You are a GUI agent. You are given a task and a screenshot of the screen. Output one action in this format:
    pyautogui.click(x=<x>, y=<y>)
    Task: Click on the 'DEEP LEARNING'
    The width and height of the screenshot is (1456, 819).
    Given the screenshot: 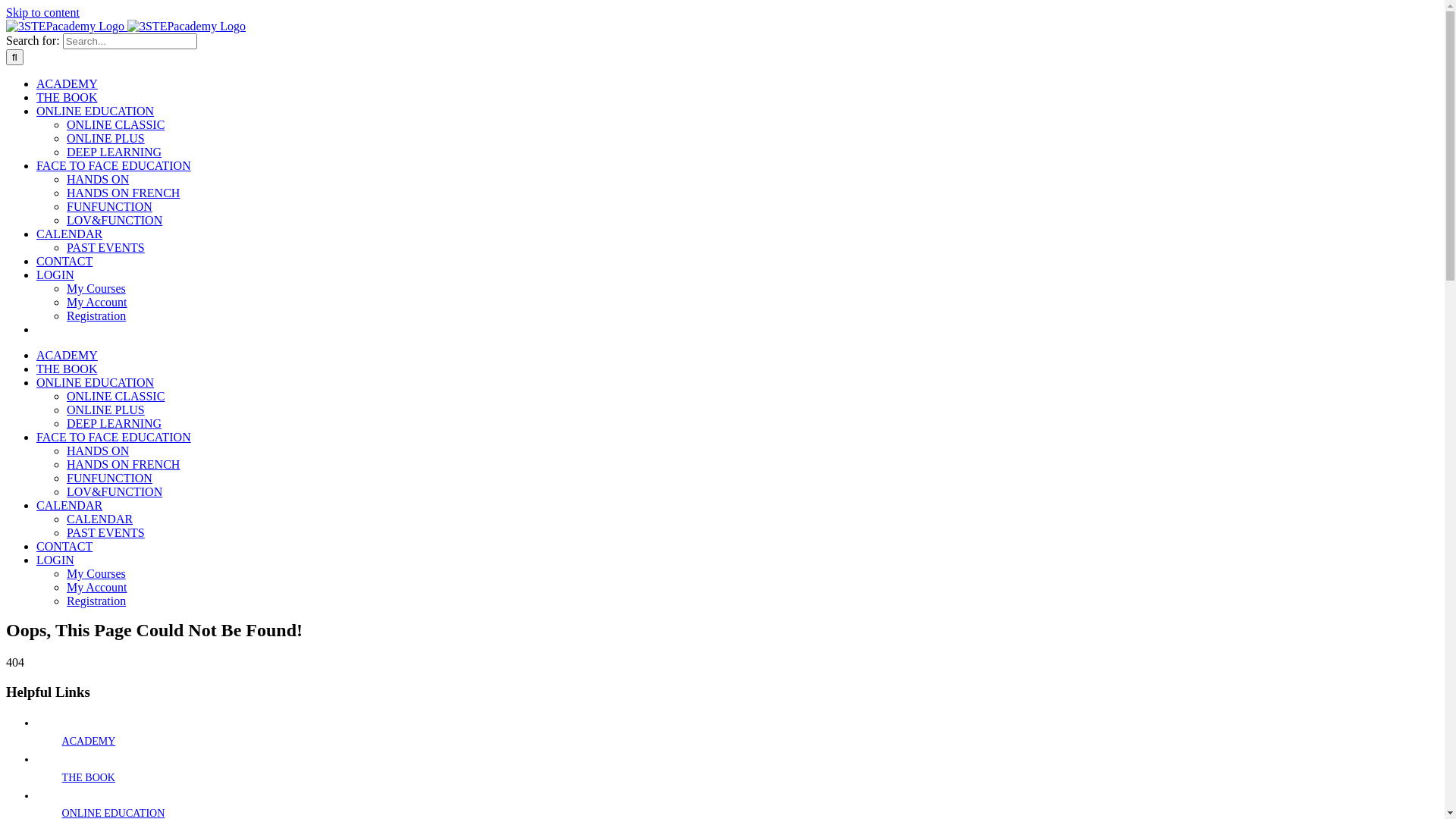 What is the action you would take?
    pyautogui.click(x=113, y=423)
    